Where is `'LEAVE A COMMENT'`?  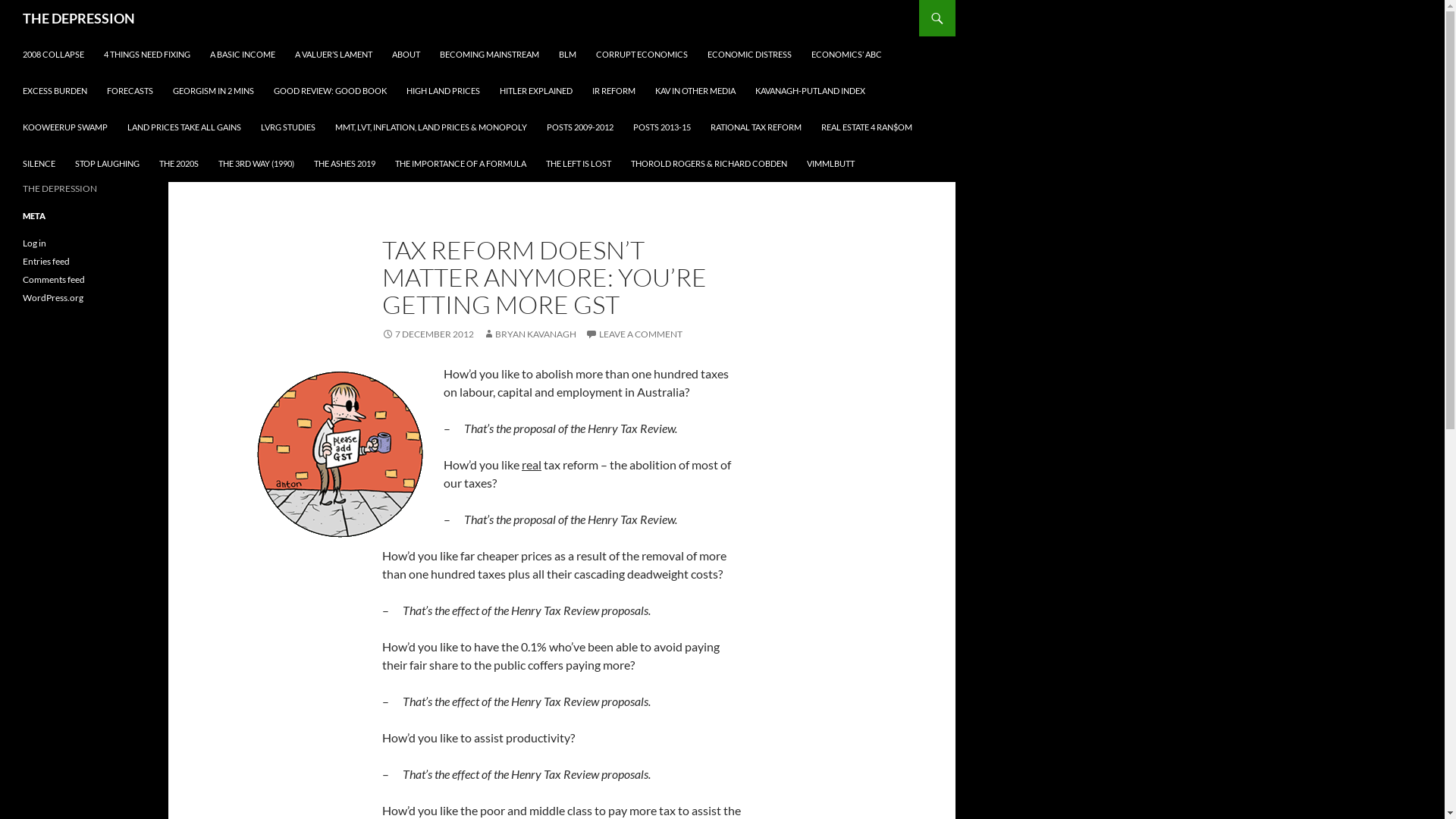 'LEAVE A COMMENT' is located at coordinates (585, 333).